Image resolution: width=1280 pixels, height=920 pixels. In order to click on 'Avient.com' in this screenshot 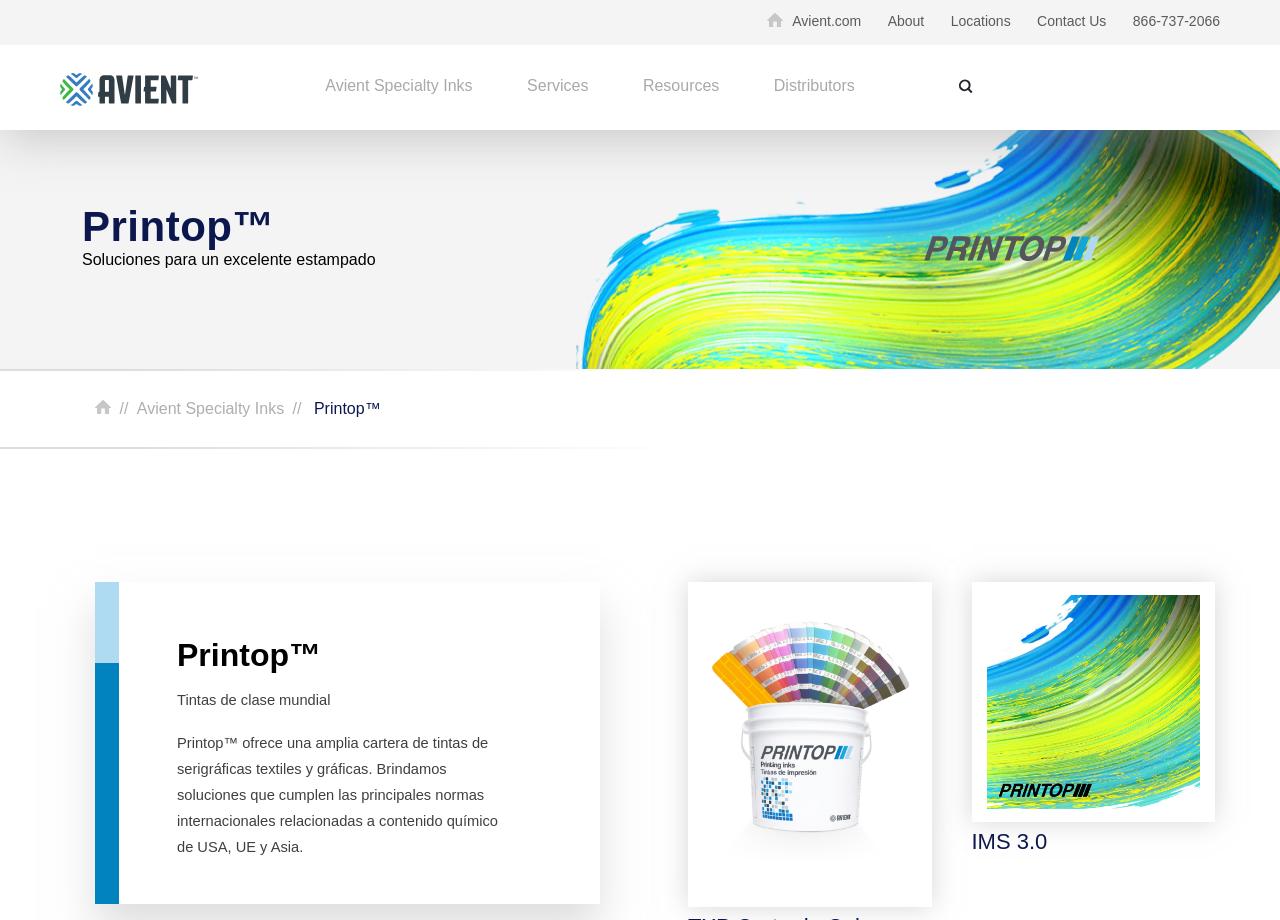, I will do `click(826, 20)`.